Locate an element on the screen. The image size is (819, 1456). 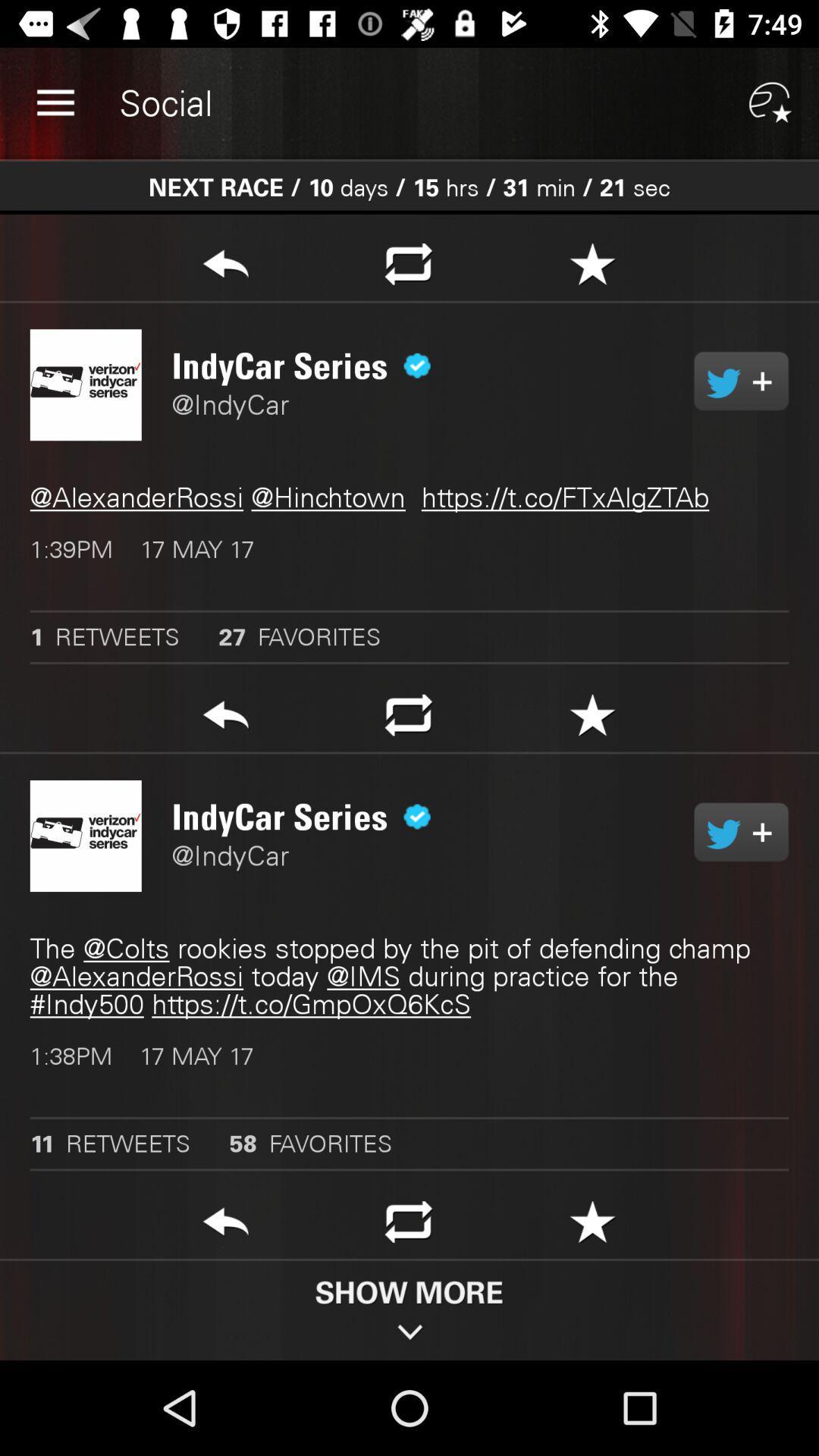
reply is located at coordinates (225, 1226).